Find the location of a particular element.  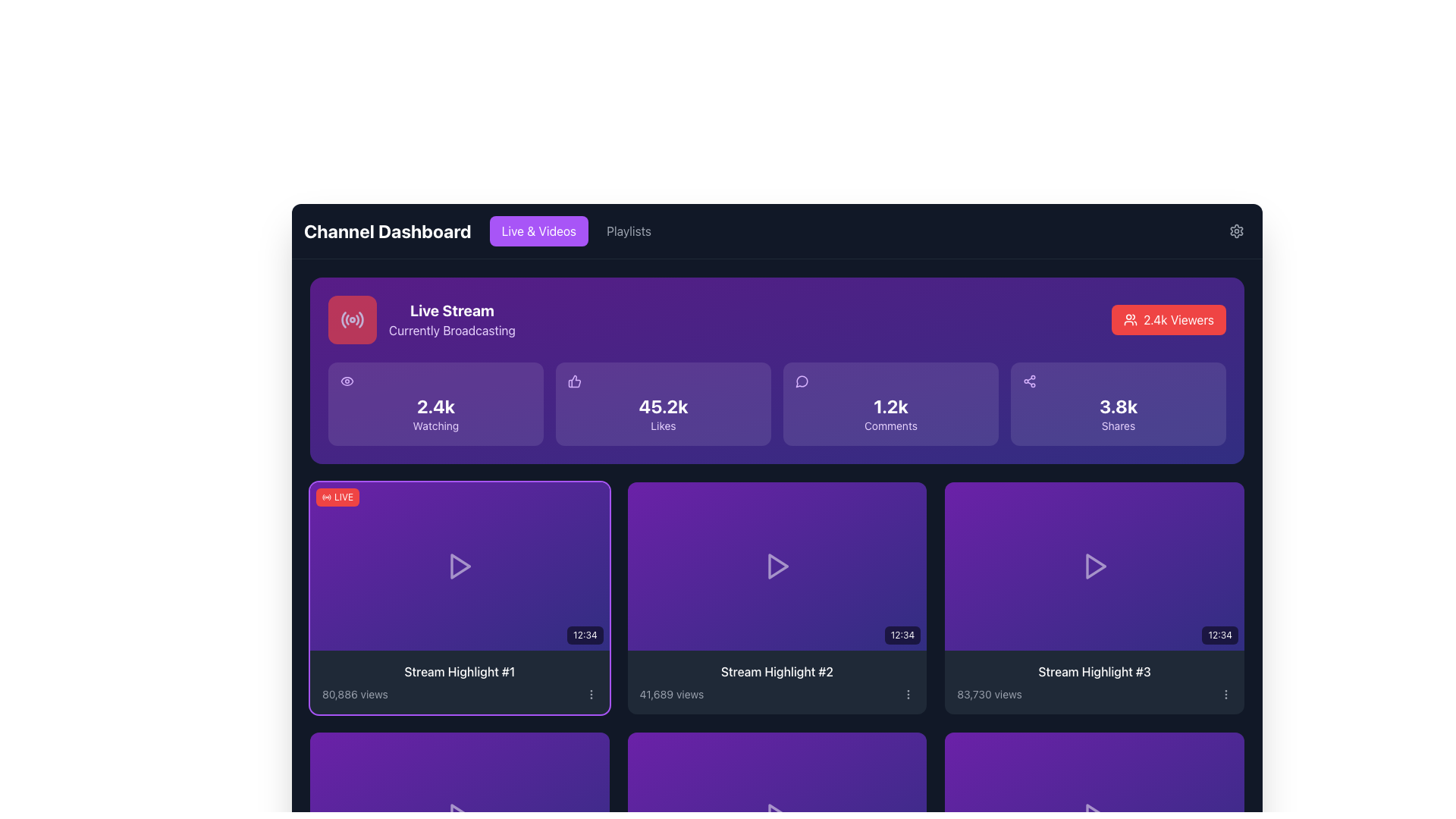

the clickable media preview indicating an ongoing 'LIVE' broadcast, which is the leftmost element is located at coordinates (458, 565).